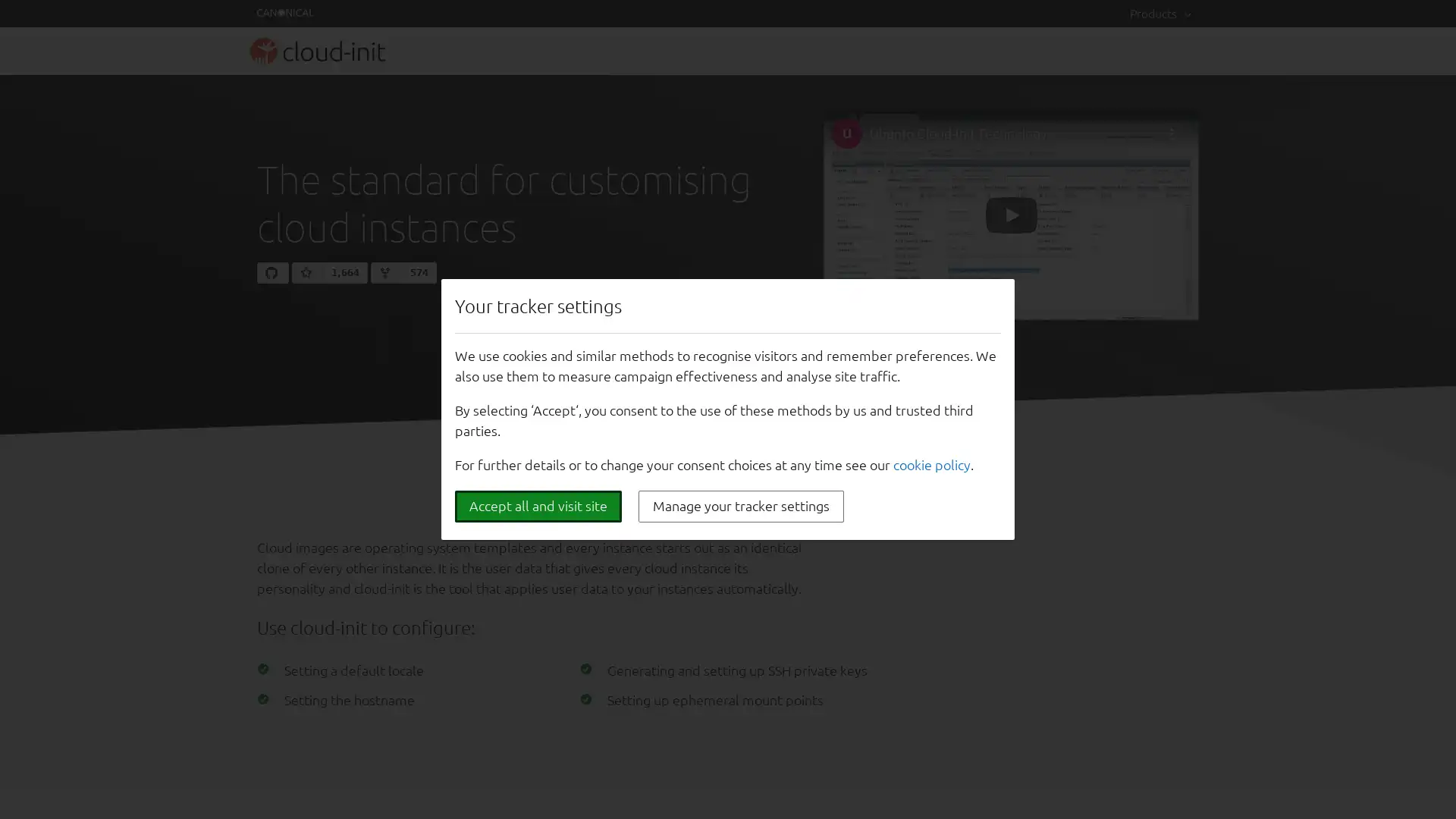 This screenshot has height=819, width=1456. What do you see at coordinates (538, 506) in the screenshot?
I see `Accept all and visit site` at bounding box center [538, 506].